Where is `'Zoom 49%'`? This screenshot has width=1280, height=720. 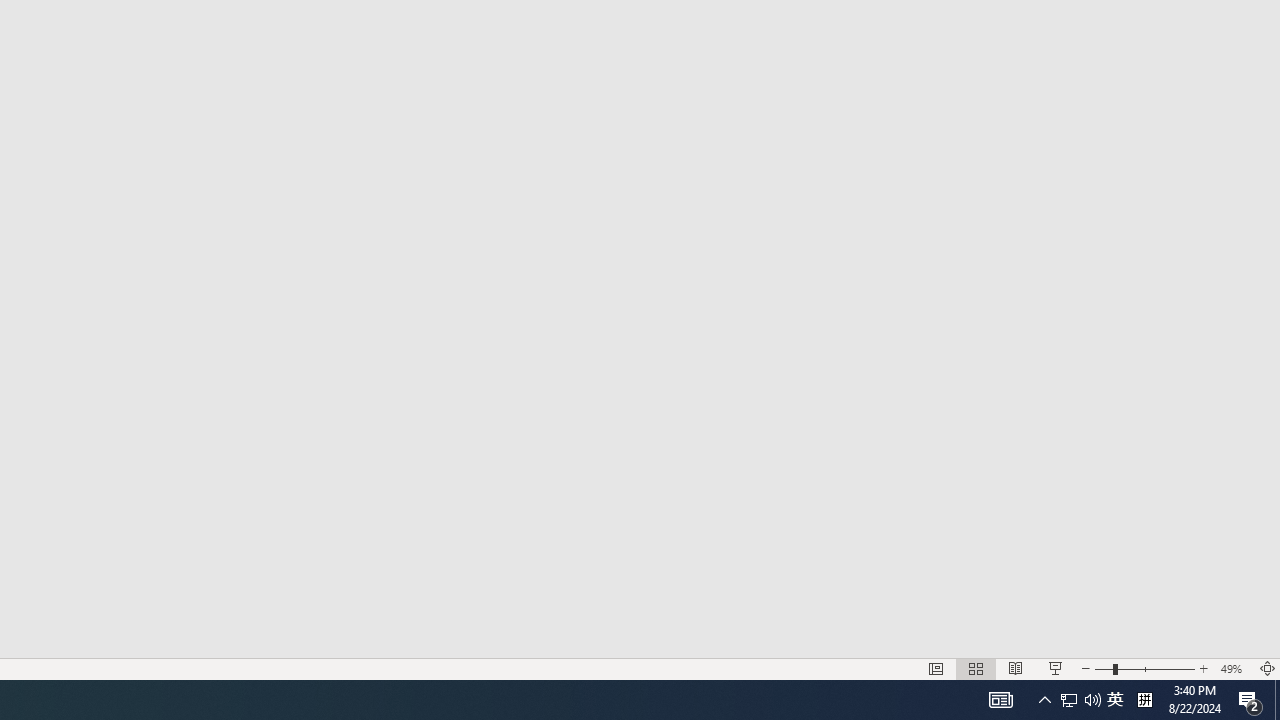 'Zoom 49%' is located at coordinates (1233, 669).